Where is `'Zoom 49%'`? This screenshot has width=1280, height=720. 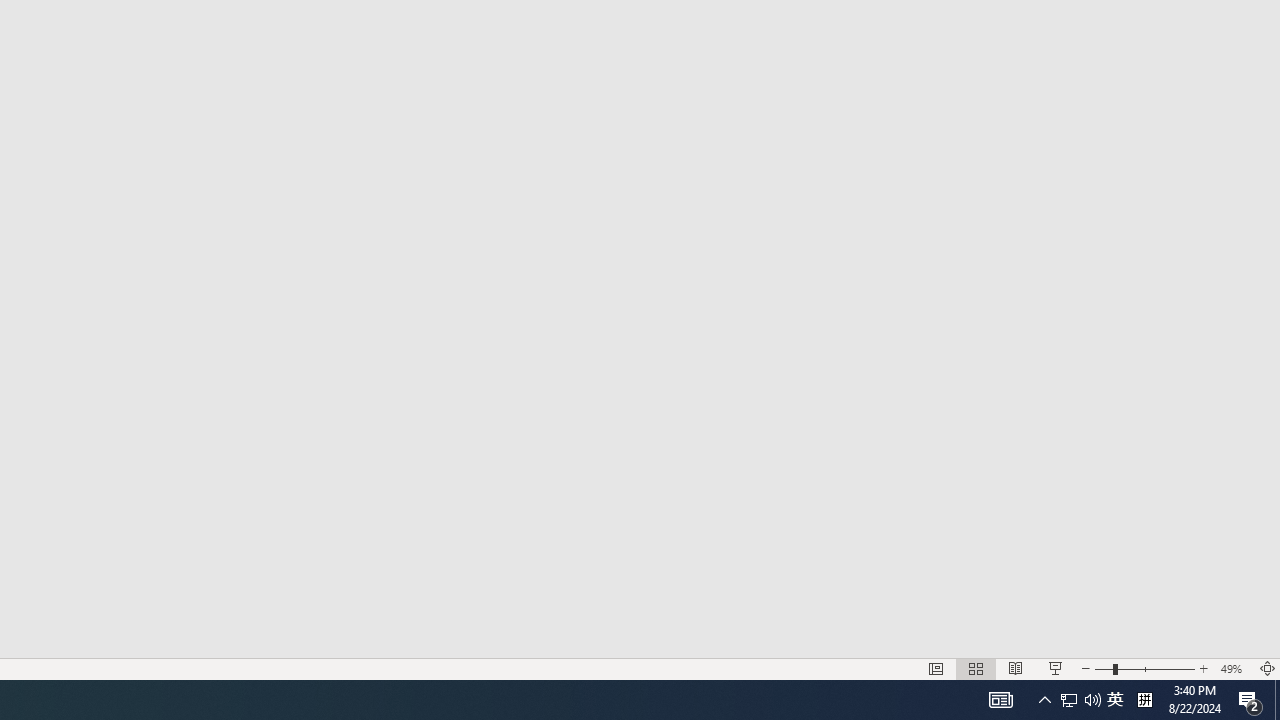 'Zoom 49%' is located at coordinates (1233, 669).